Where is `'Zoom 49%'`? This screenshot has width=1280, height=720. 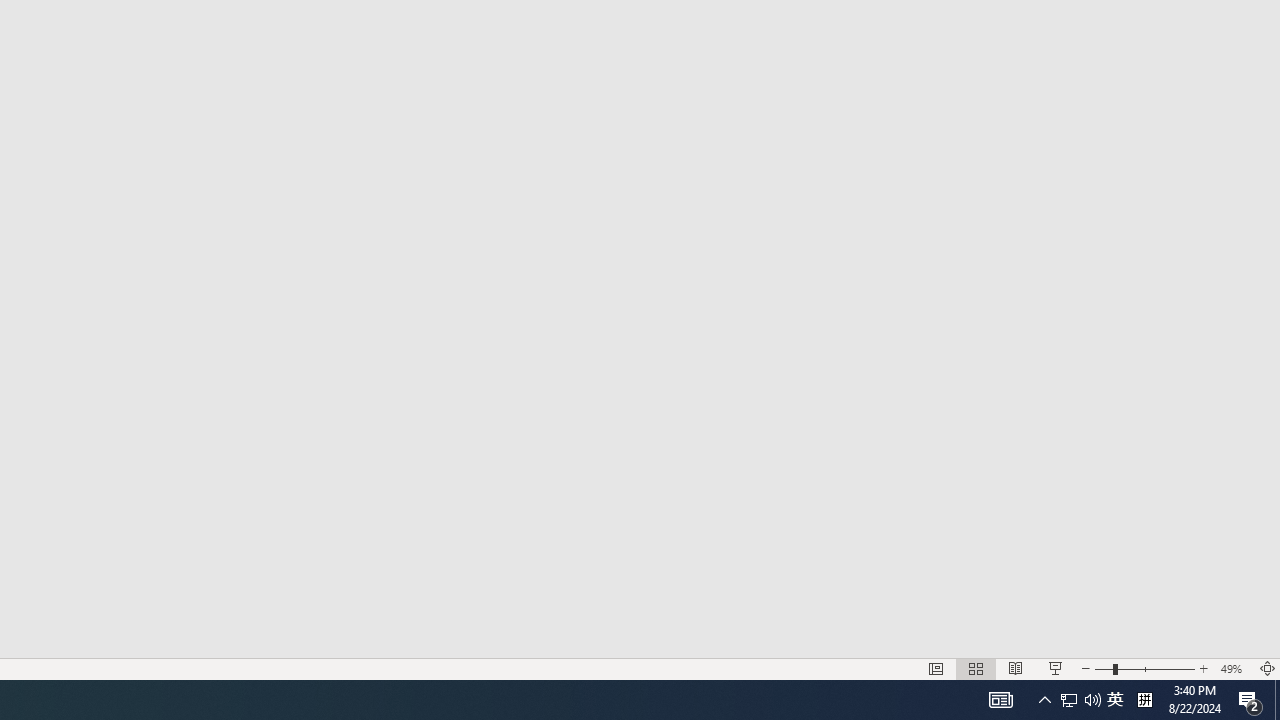 'Zoom 49%' is located at coordinates (1233, 669).